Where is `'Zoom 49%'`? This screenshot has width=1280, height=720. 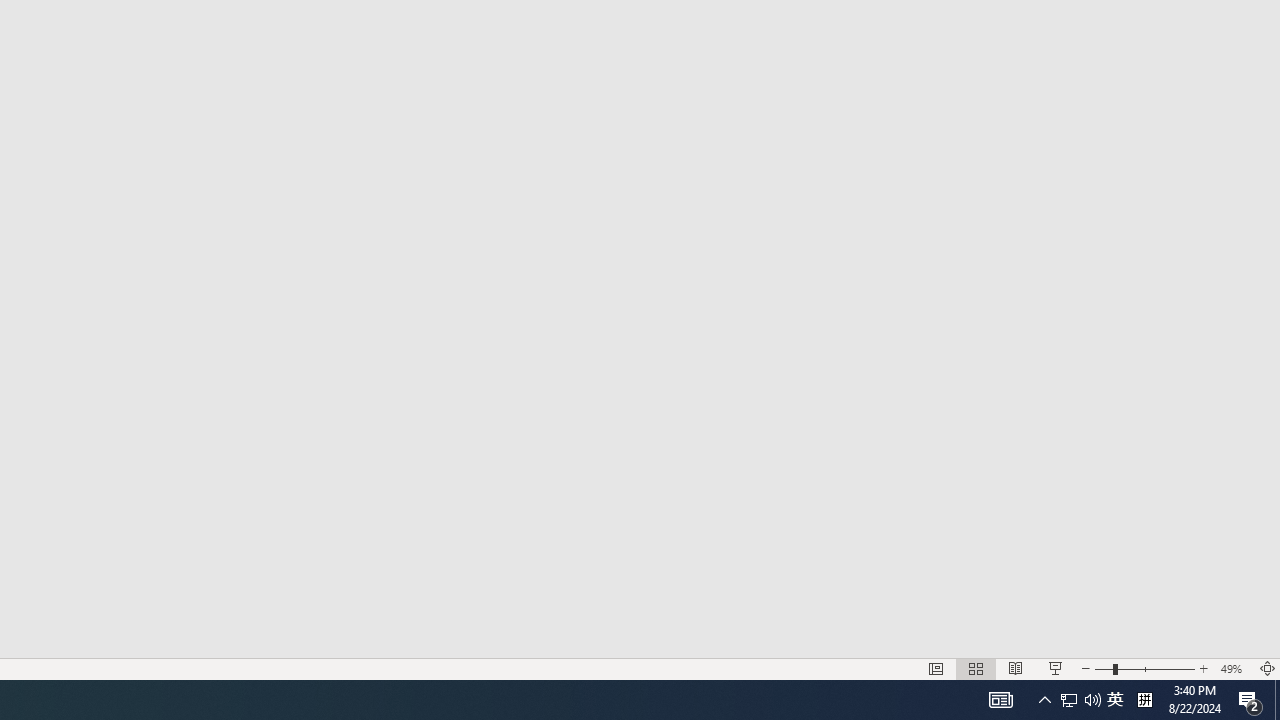 'Zoom 49%' is located at coordinates (1233, 669).